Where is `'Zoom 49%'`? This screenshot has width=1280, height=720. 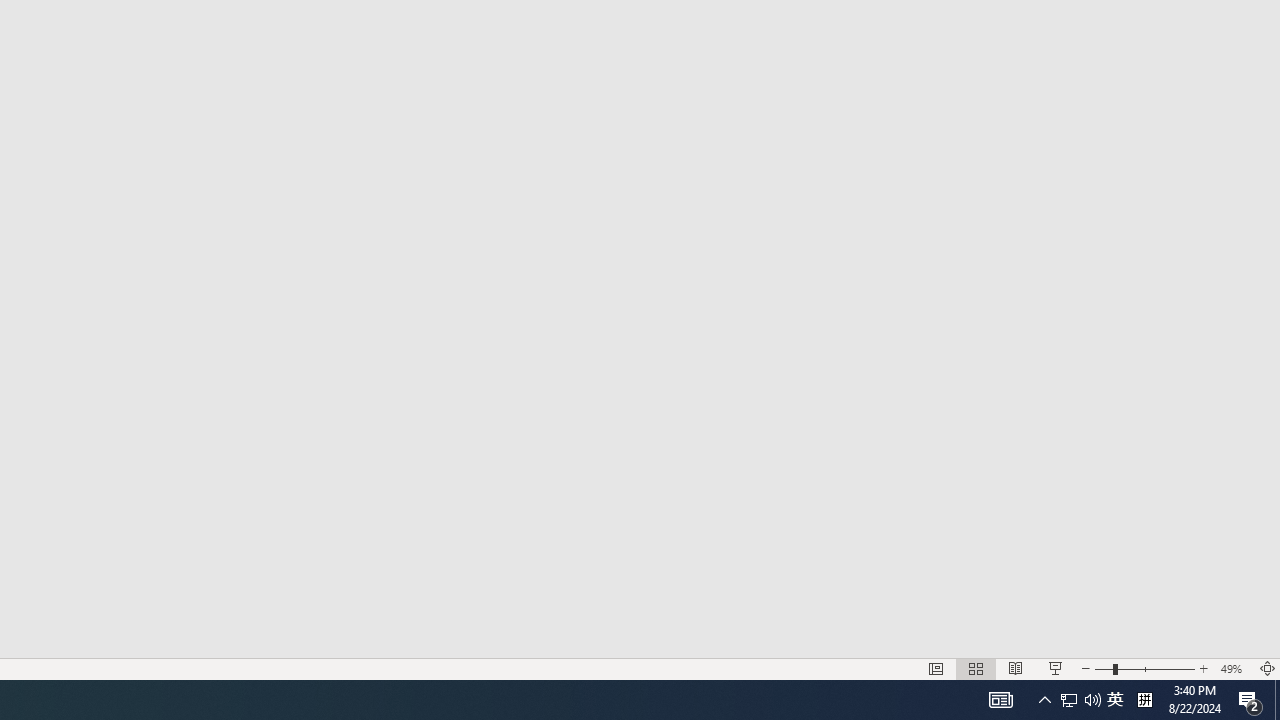 'Zoom 49%' is located at coordinates (1233, 669).